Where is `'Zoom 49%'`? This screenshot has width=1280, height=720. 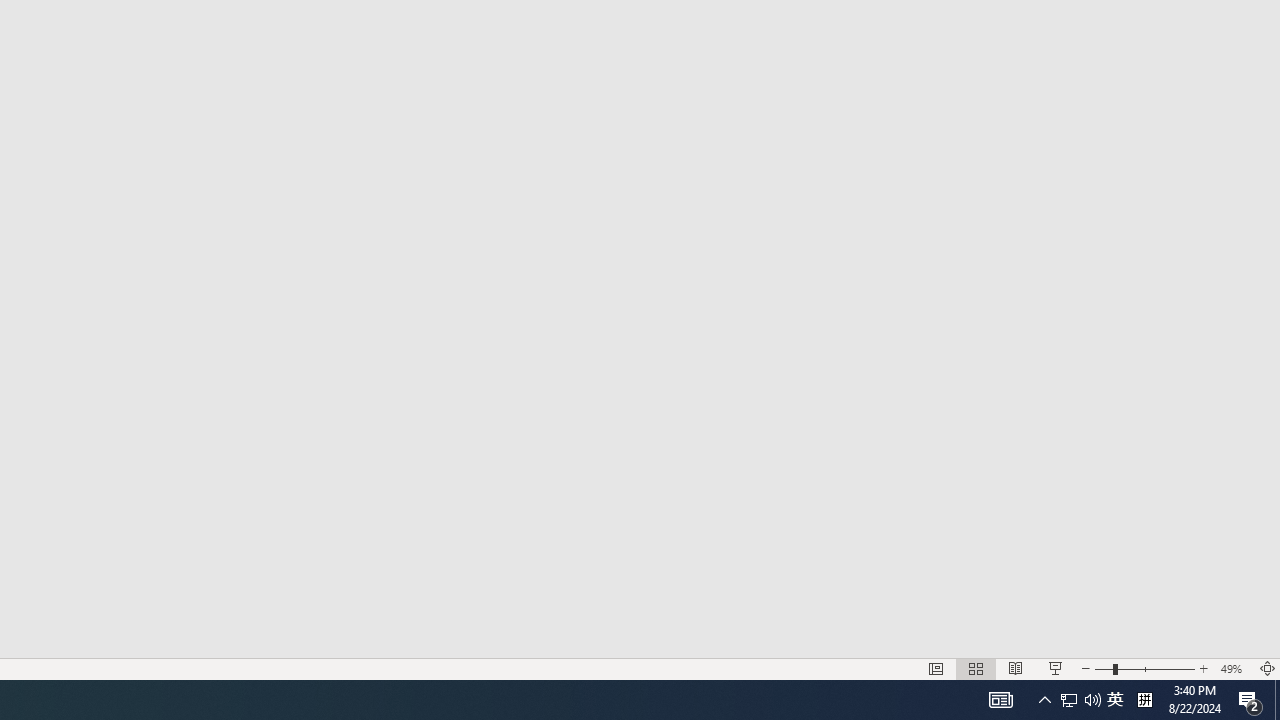 'Zoom 49%' is located at coordinates (1233, 669).